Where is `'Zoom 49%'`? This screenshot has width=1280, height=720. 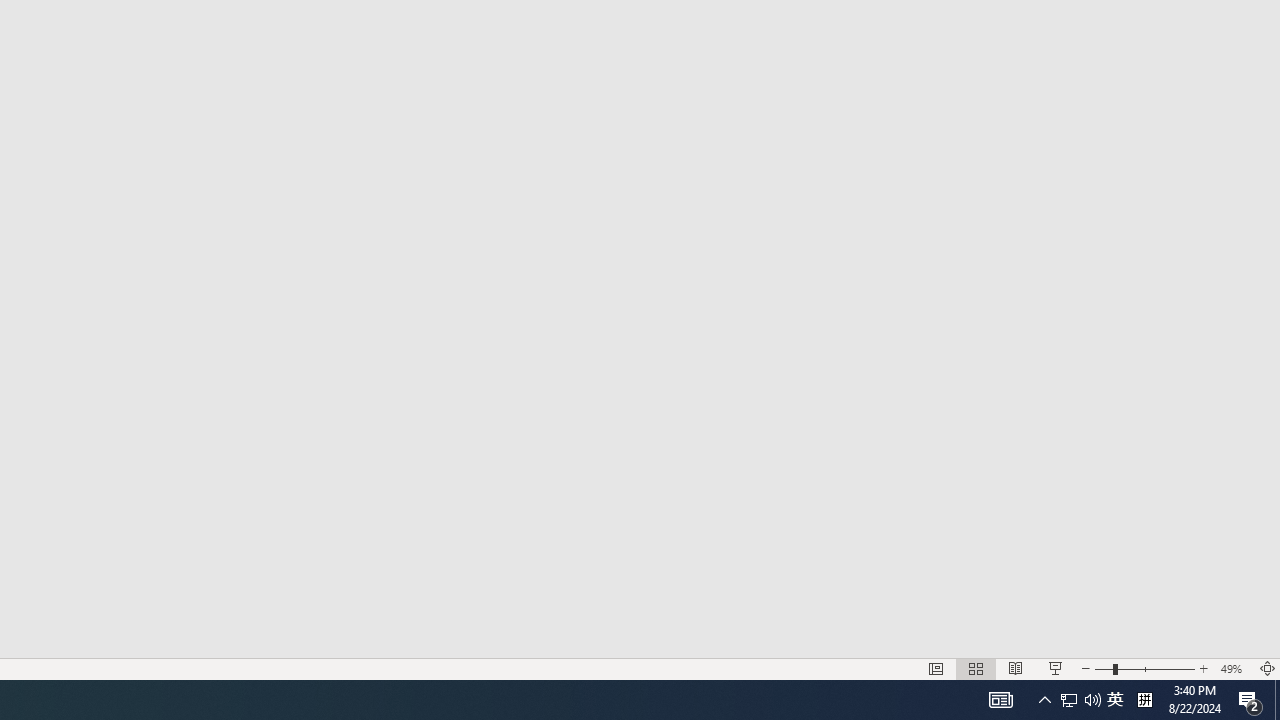 'Zoom 49%' is located at coordinates (1233, 669).